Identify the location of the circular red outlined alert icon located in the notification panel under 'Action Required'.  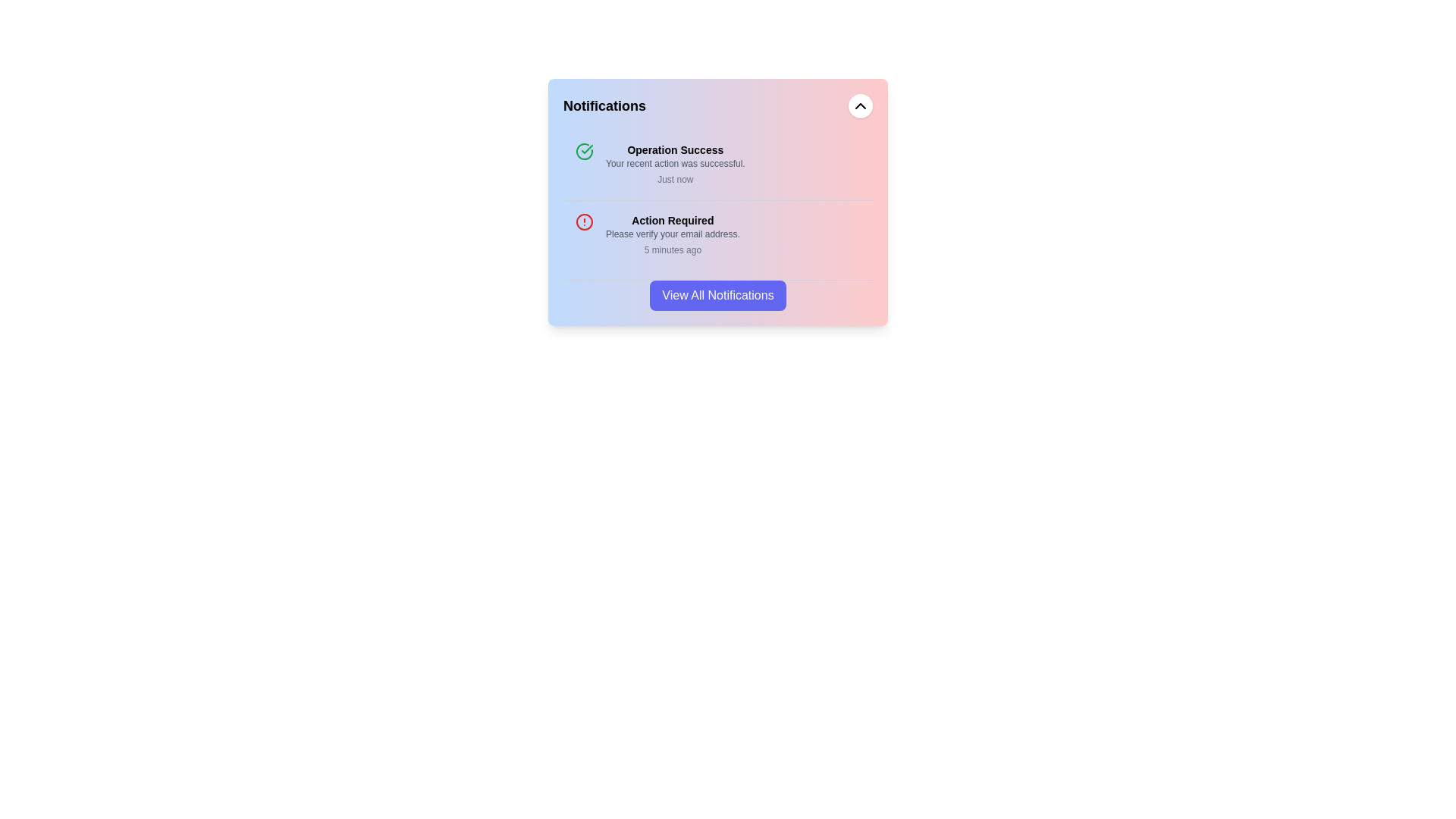
(584, 222).